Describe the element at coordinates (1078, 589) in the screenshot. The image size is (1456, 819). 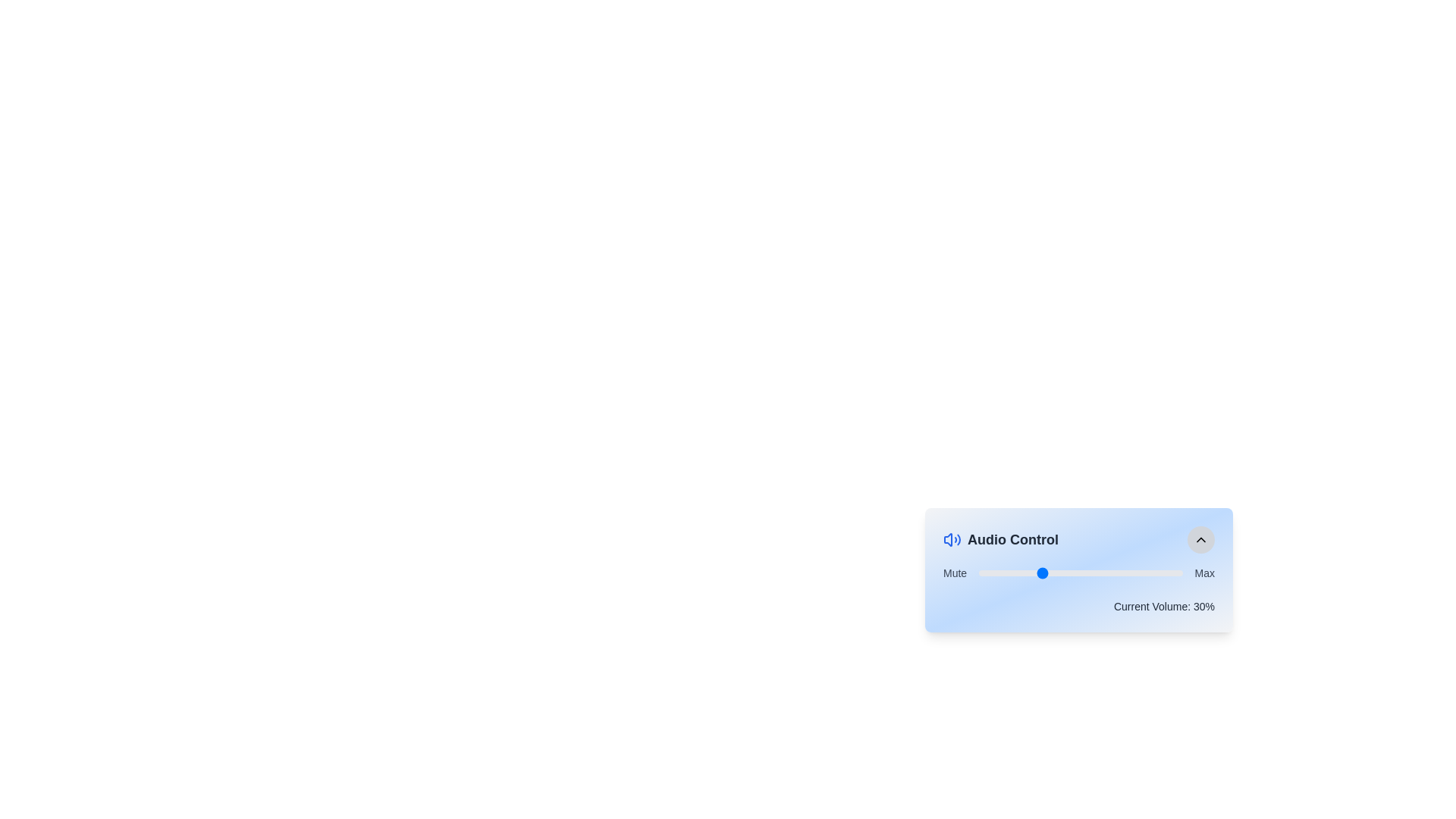
I see `the slider marker in the Audio Control section` at that location.